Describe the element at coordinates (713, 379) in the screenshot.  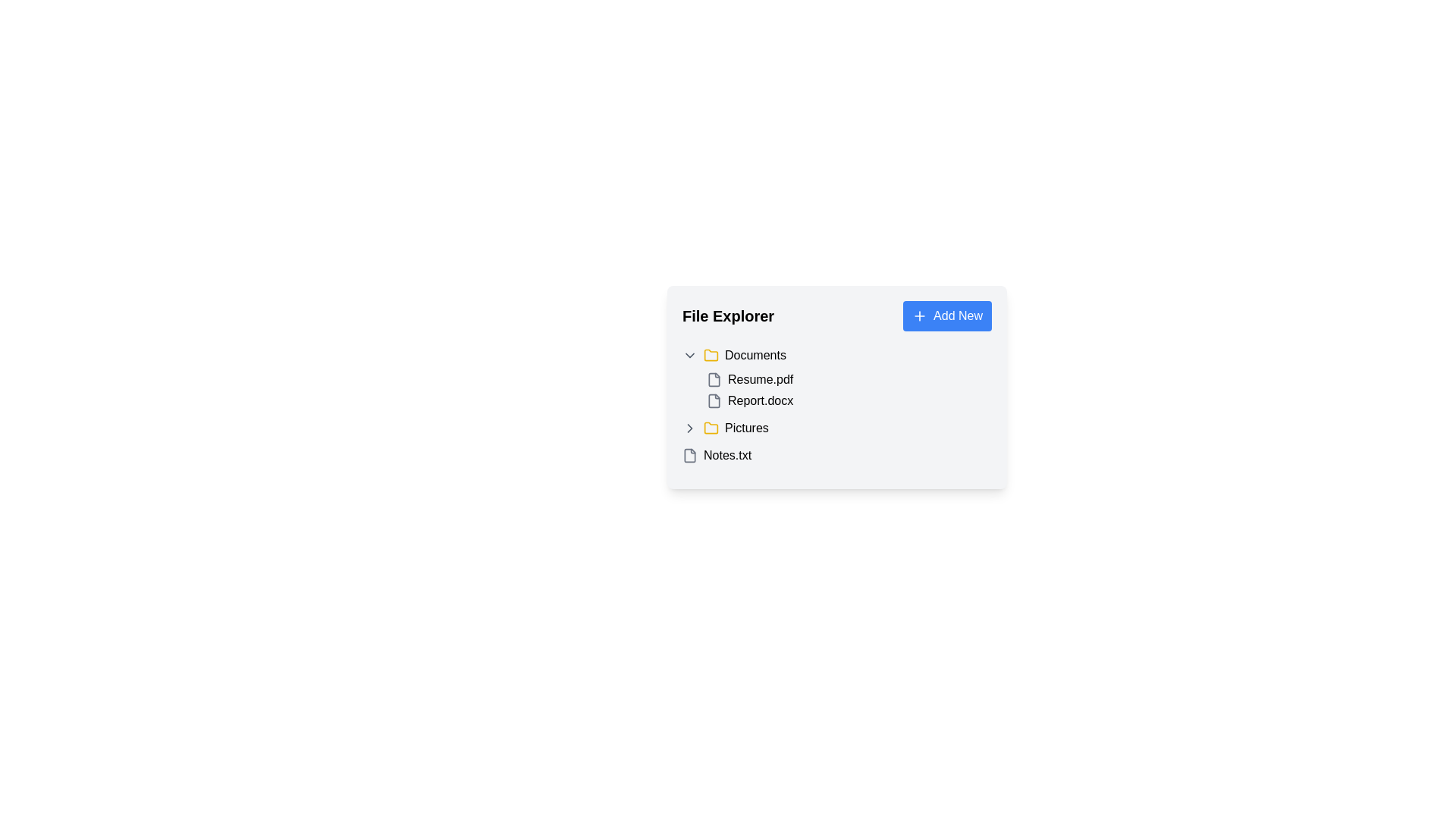
I see `the icon representing the 'Resume.pdf' file in the file explorer interface, located to the left of the text label 'Resume.pdf'` at that location.